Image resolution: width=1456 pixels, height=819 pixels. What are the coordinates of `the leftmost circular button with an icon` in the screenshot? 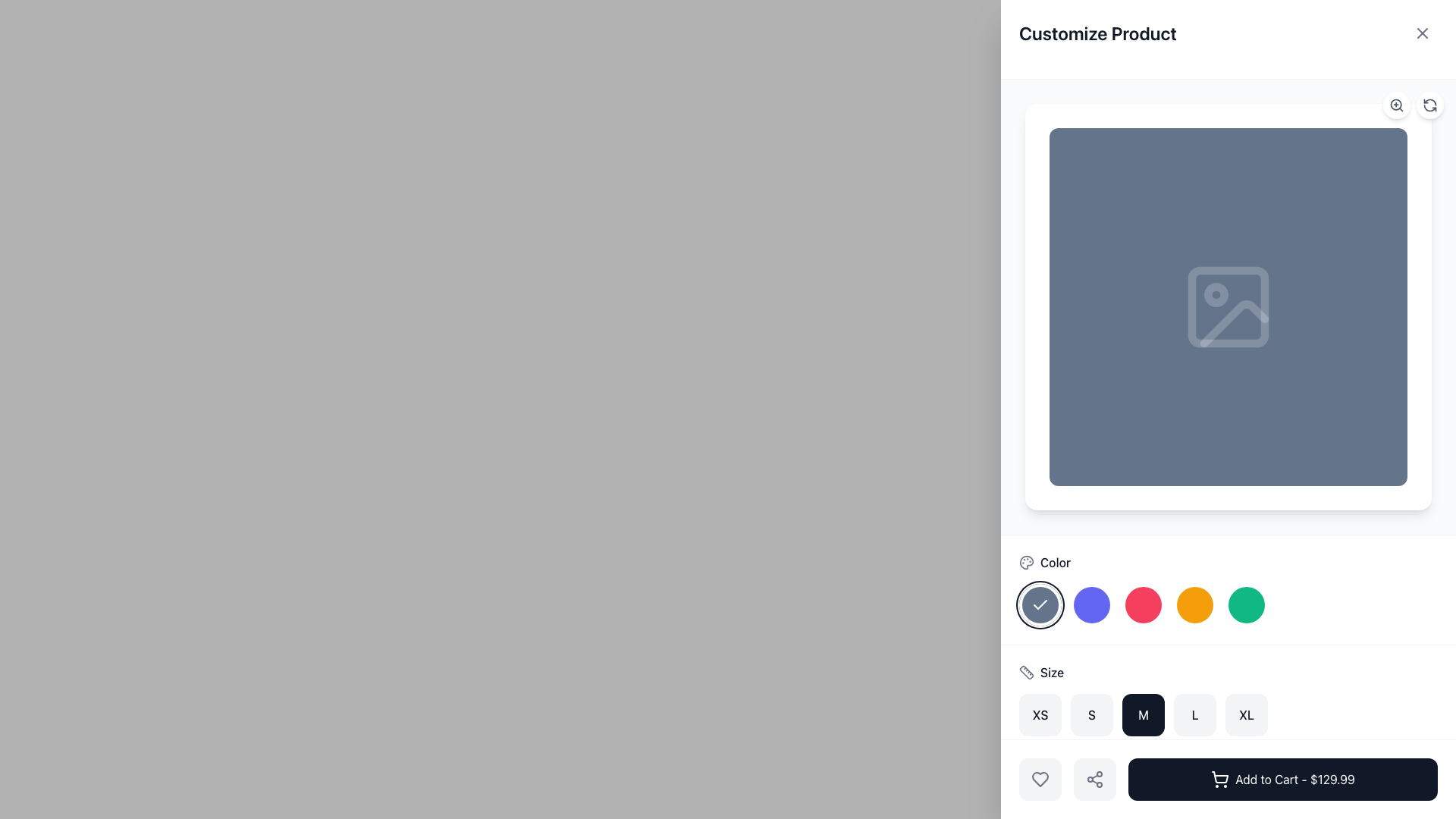 It's located at (1040, 604).